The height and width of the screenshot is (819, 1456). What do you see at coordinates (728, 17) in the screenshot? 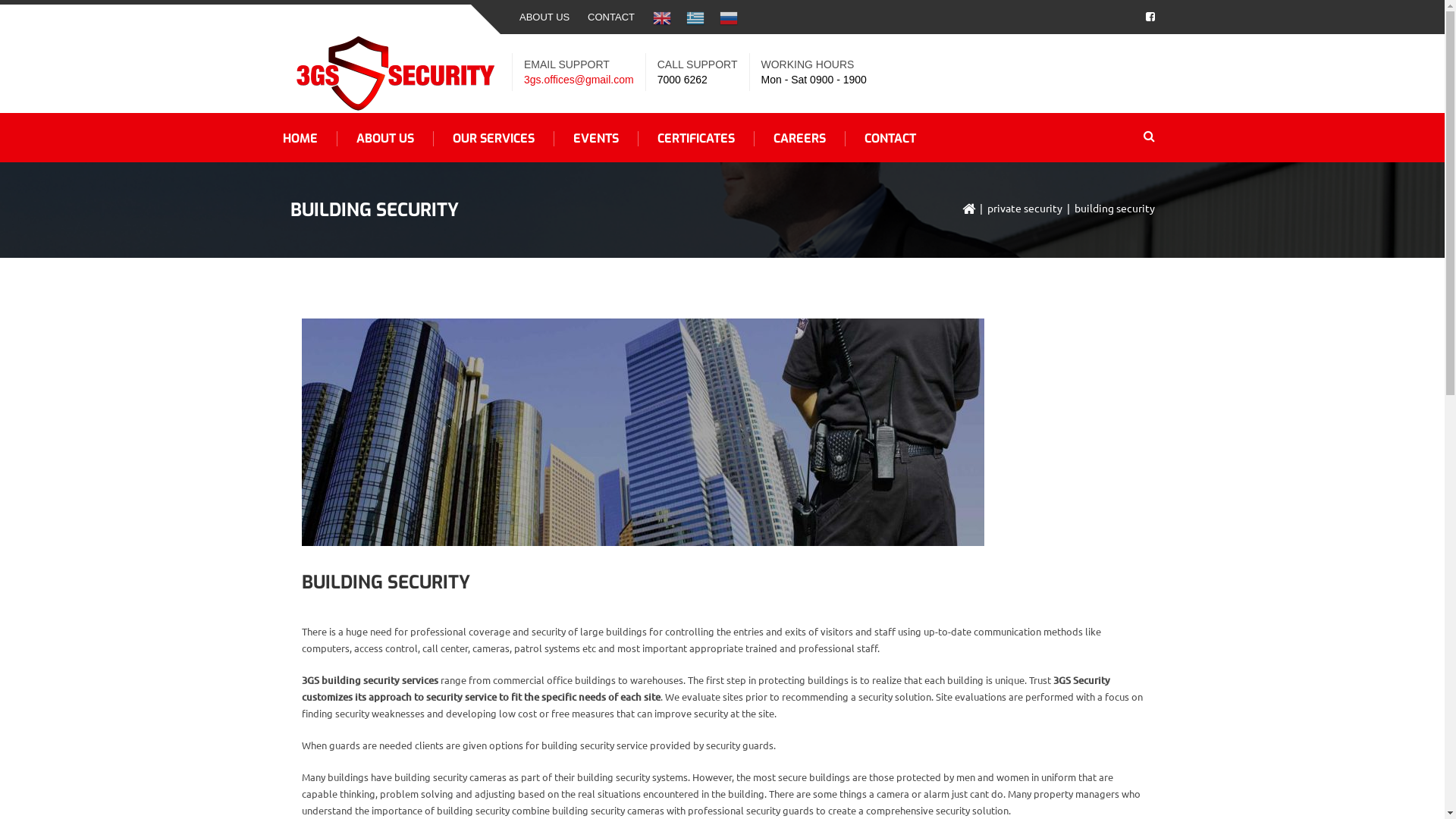
I see `'Russian'` at bounding box center [728, 17].